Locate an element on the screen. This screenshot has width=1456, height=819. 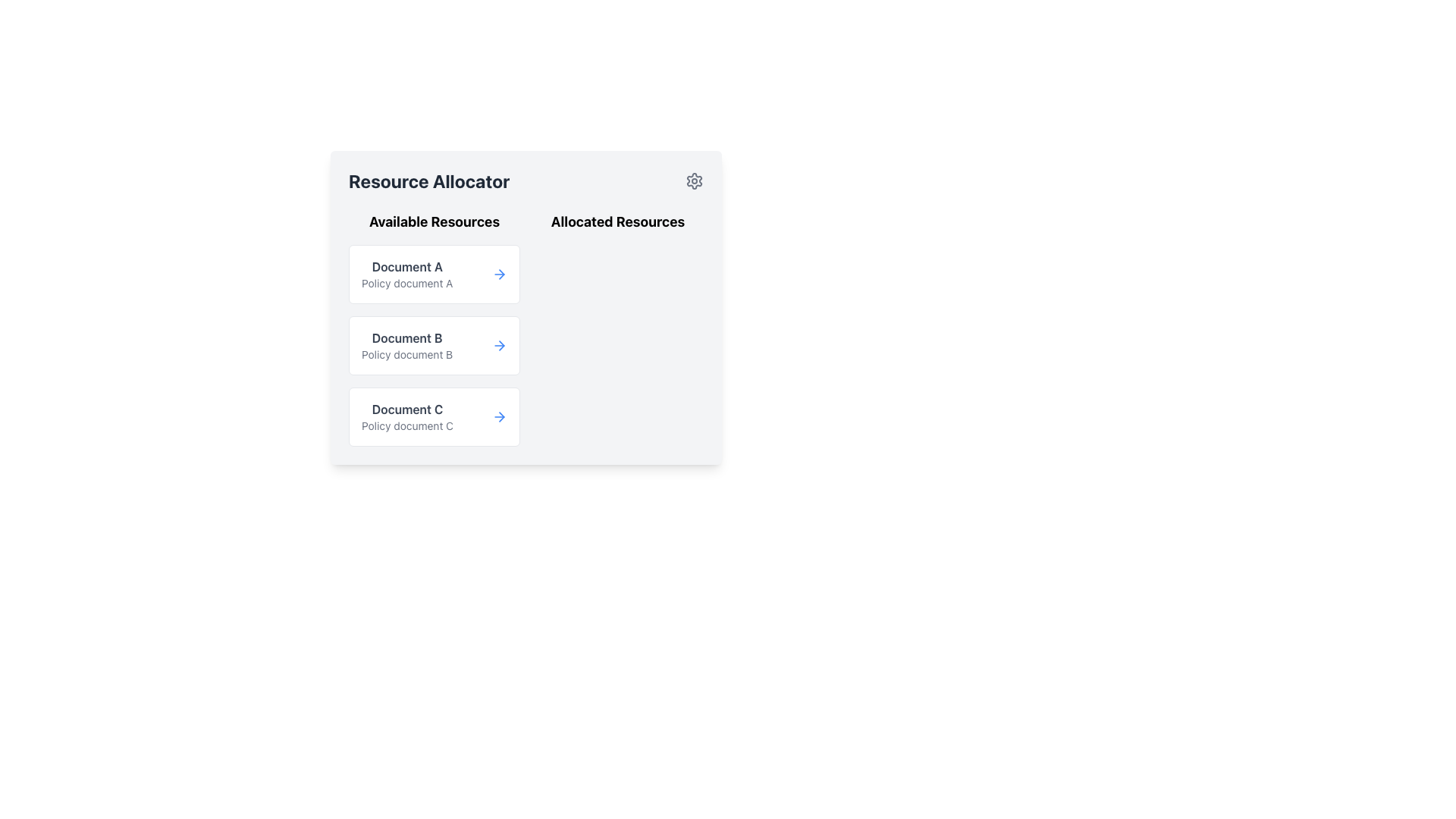
text of the bold dark gray label displaying 'Document A', which is the first item in the 'Available Resources' column is located at coordinates (407, 265).